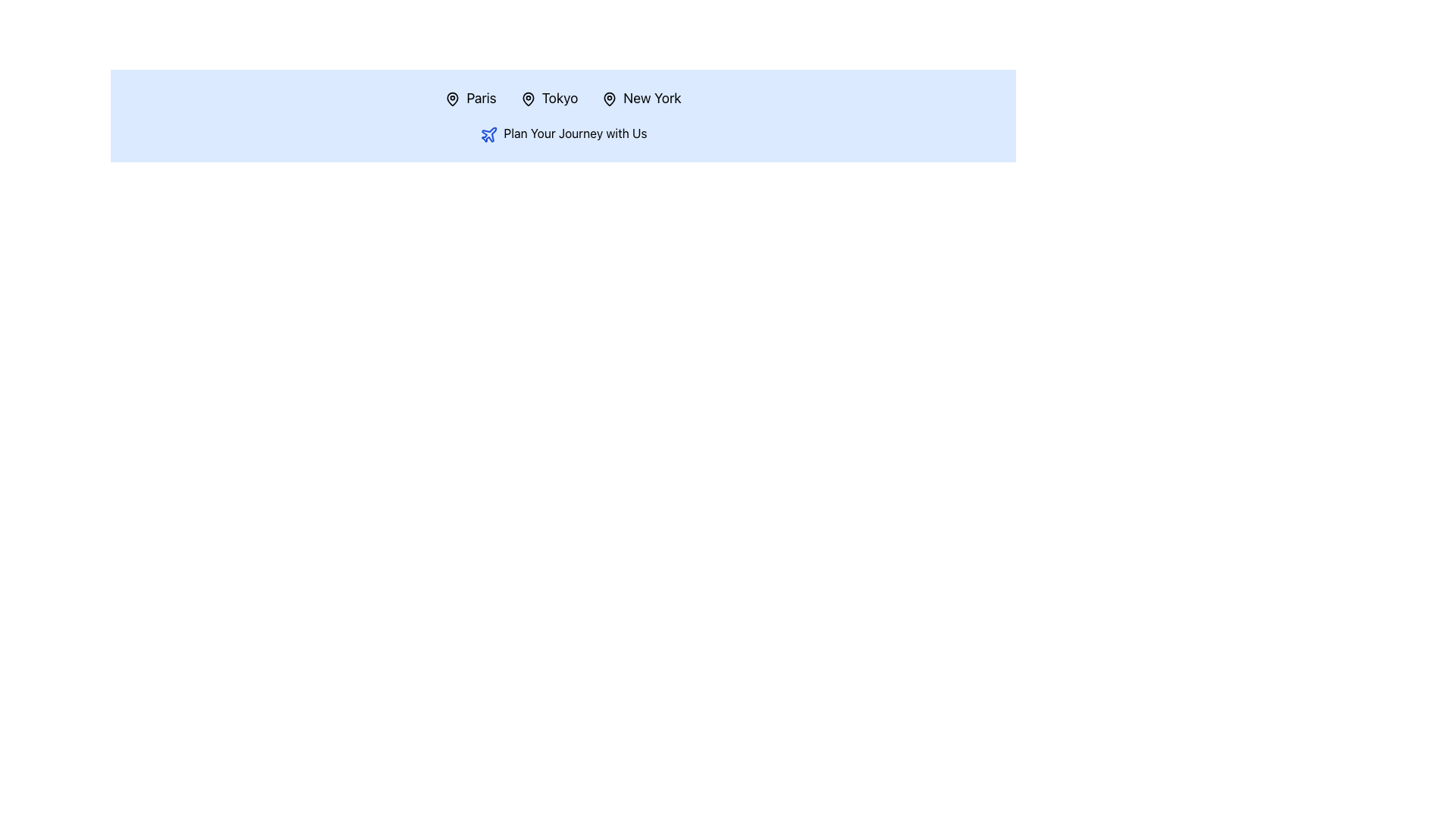 The height and width of the screenshot is (819, 1456). I want to click on the first link in the horizontal list of locations, so click(469, 98).